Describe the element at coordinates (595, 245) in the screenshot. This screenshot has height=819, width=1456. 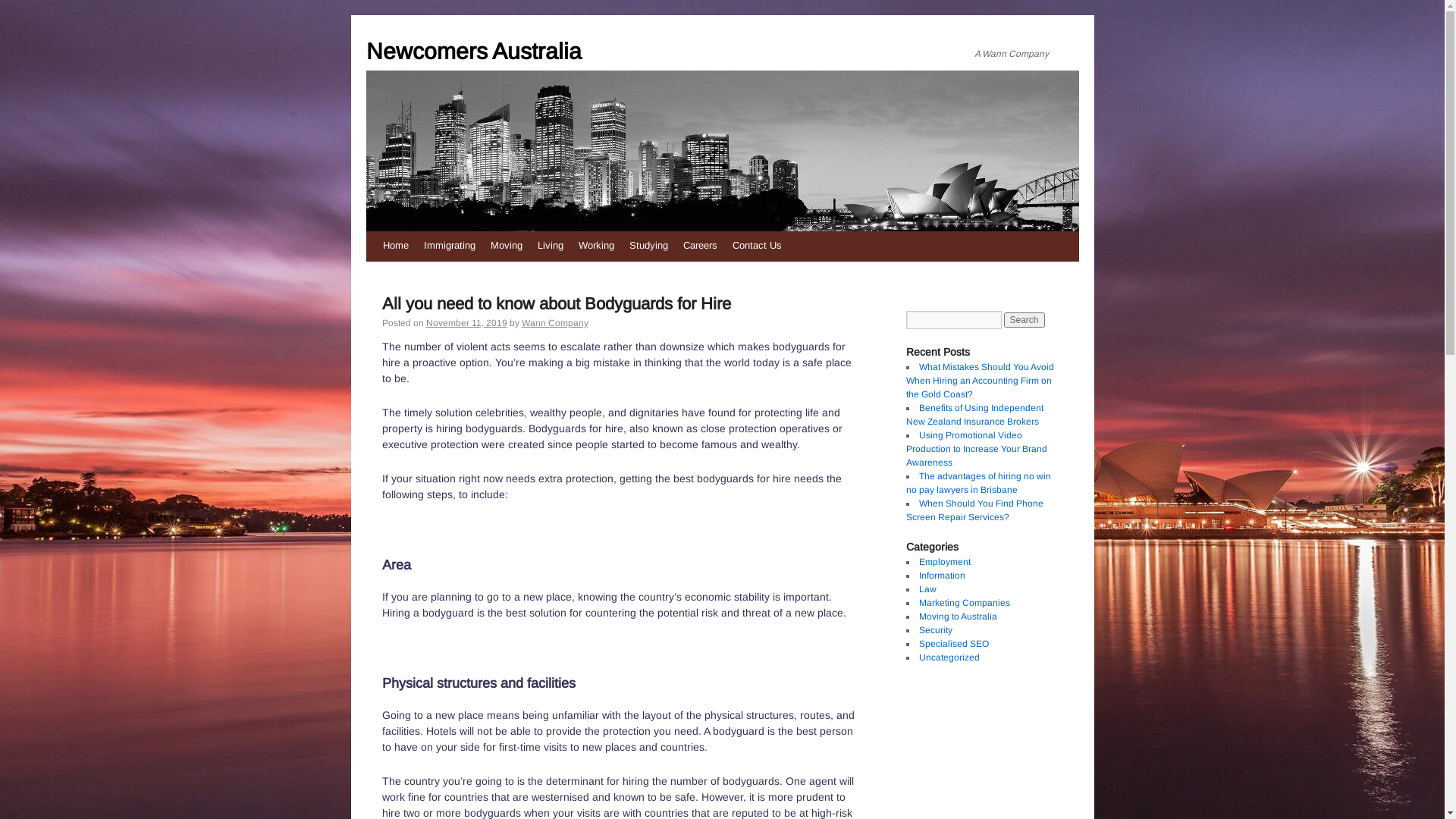
I see `'Working'` at that location.